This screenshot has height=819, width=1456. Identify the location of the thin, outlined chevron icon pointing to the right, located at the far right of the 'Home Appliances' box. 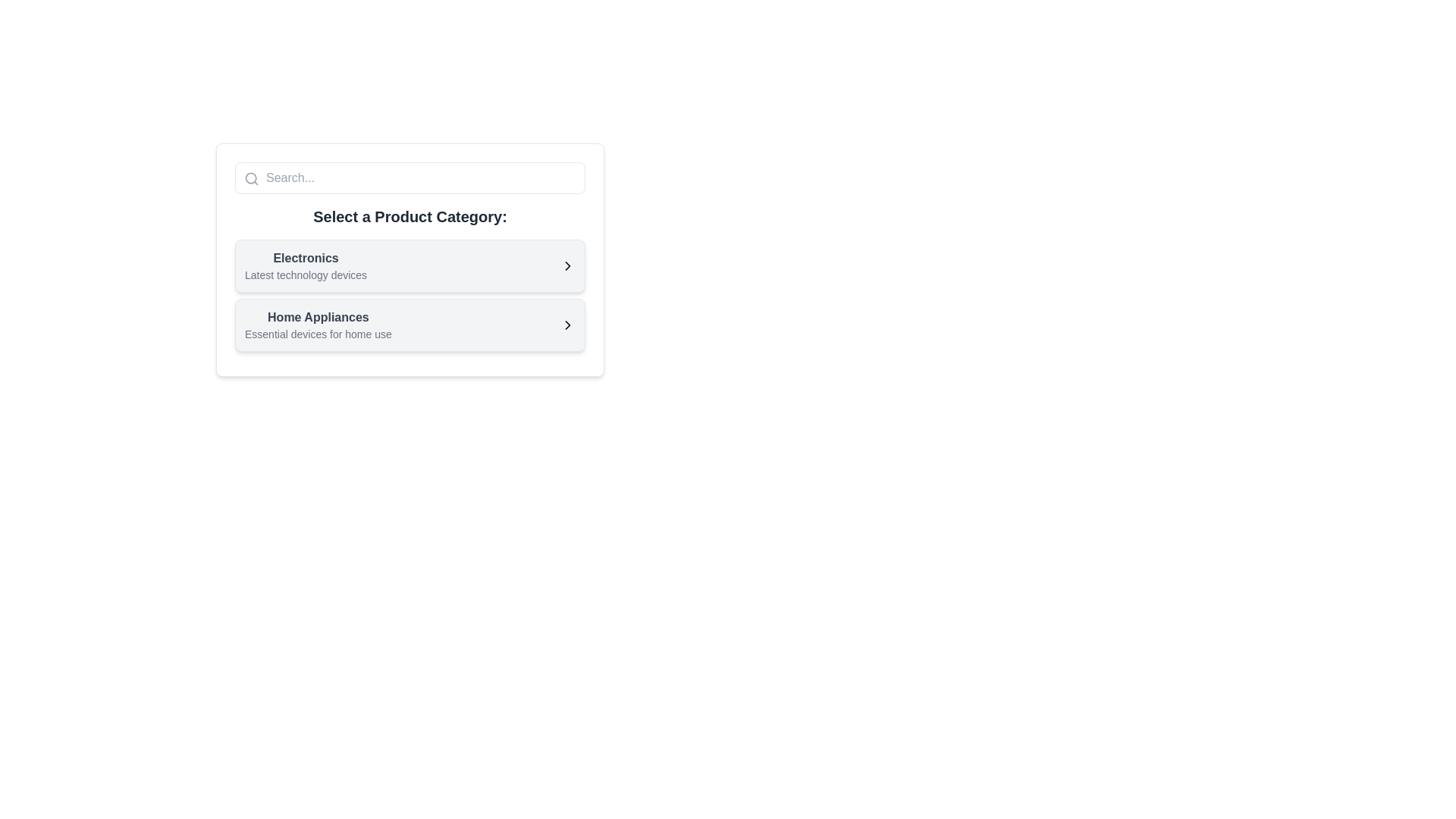
(566, 324).